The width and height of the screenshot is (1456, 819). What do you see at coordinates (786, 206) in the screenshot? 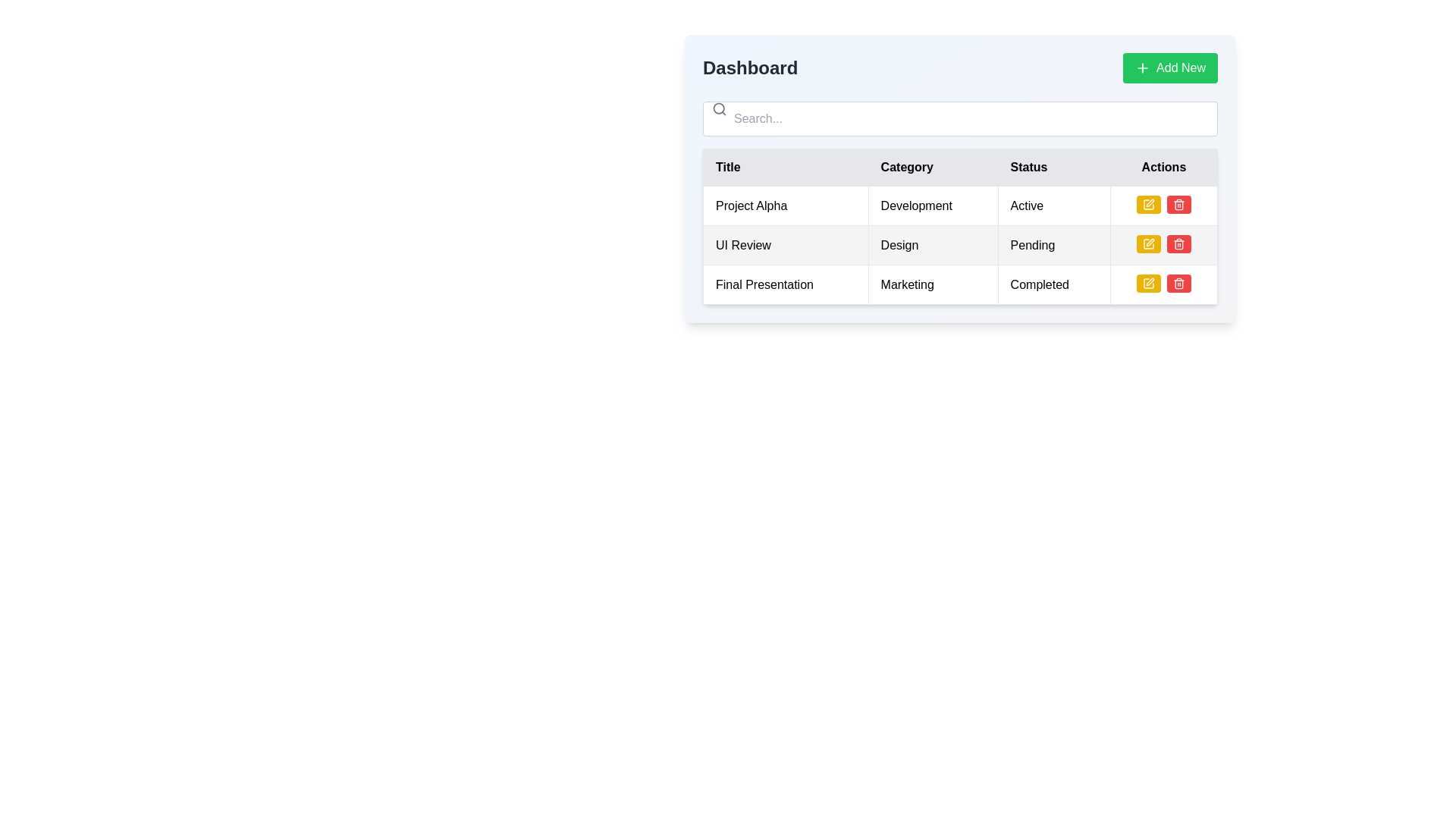
I see `the text label 'Project Alpha' located in the topmost row of the table under the 'Title' column` at bounding box center [786, 206].